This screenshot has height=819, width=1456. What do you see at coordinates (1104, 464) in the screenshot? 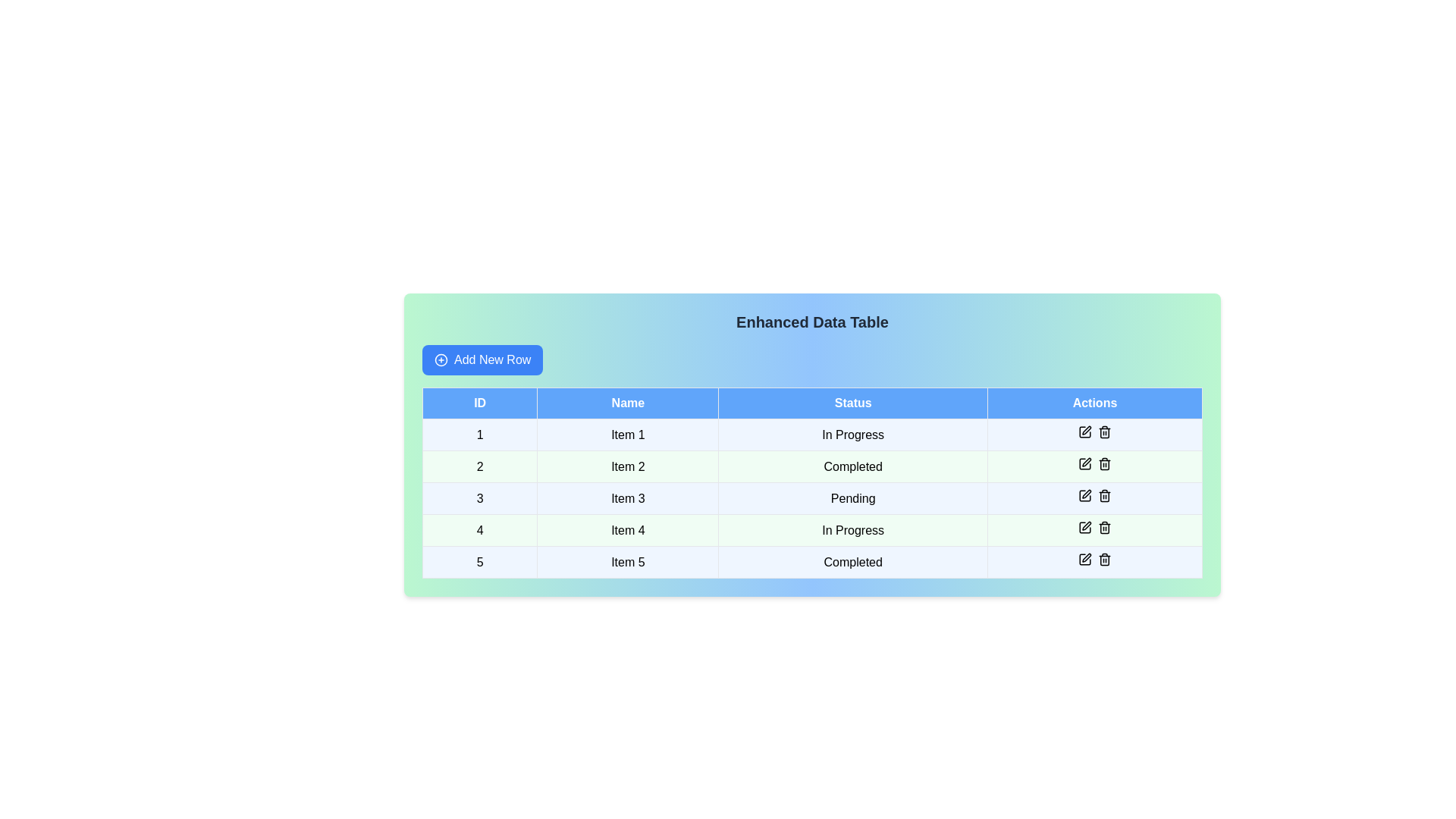
I see `the trash can icon in the action column for row 2 of the data table` at bounding box center [1104, 464].